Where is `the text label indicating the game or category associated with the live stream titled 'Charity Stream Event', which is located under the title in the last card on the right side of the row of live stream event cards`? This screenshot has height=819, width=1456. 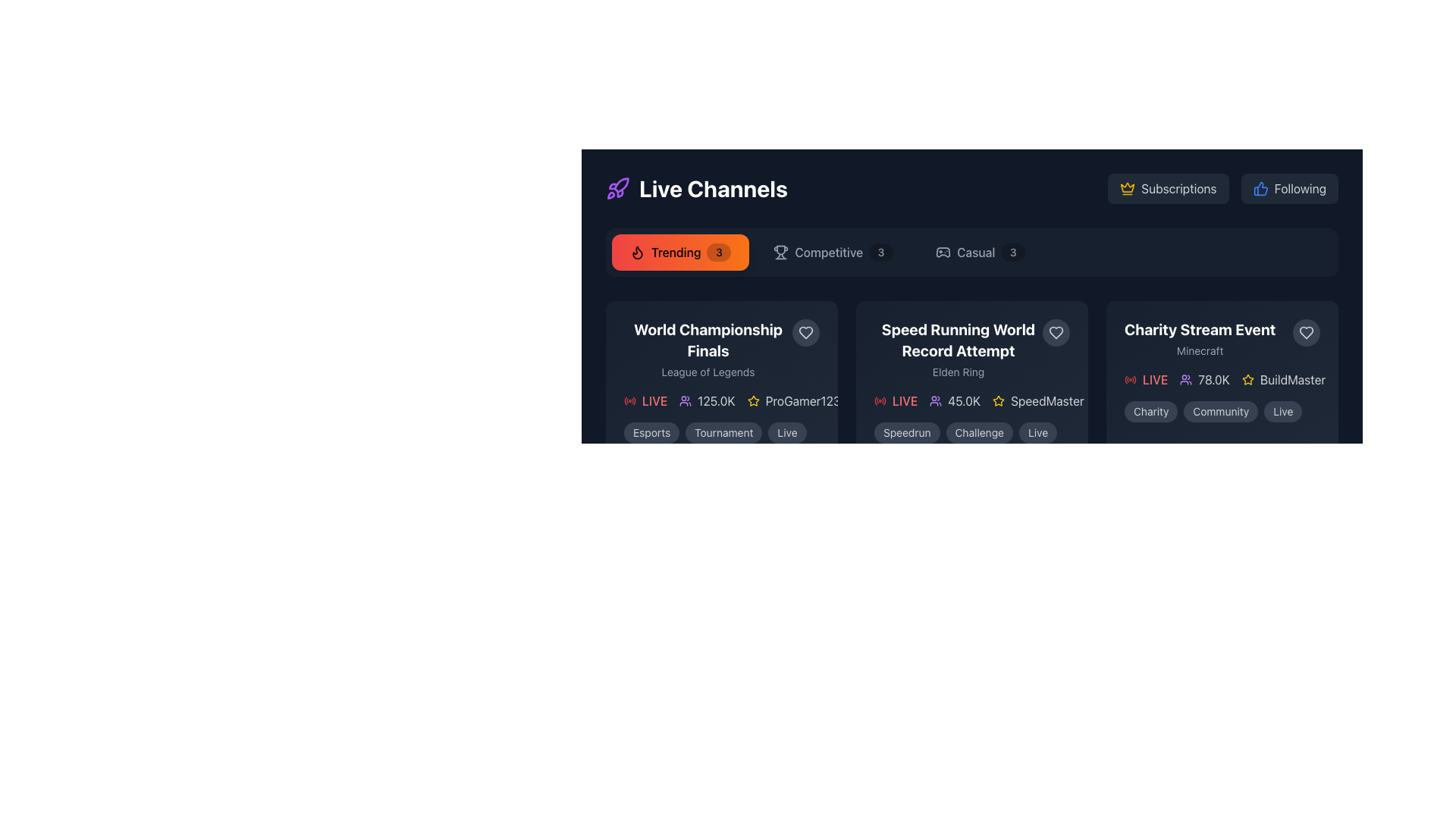 the text label indicating the game or category associated with the live stream titled 'Charity Stream Event', which is located under the title in the last card on the right side of the row of live stream event cards is located at coordinates (1199, 350).